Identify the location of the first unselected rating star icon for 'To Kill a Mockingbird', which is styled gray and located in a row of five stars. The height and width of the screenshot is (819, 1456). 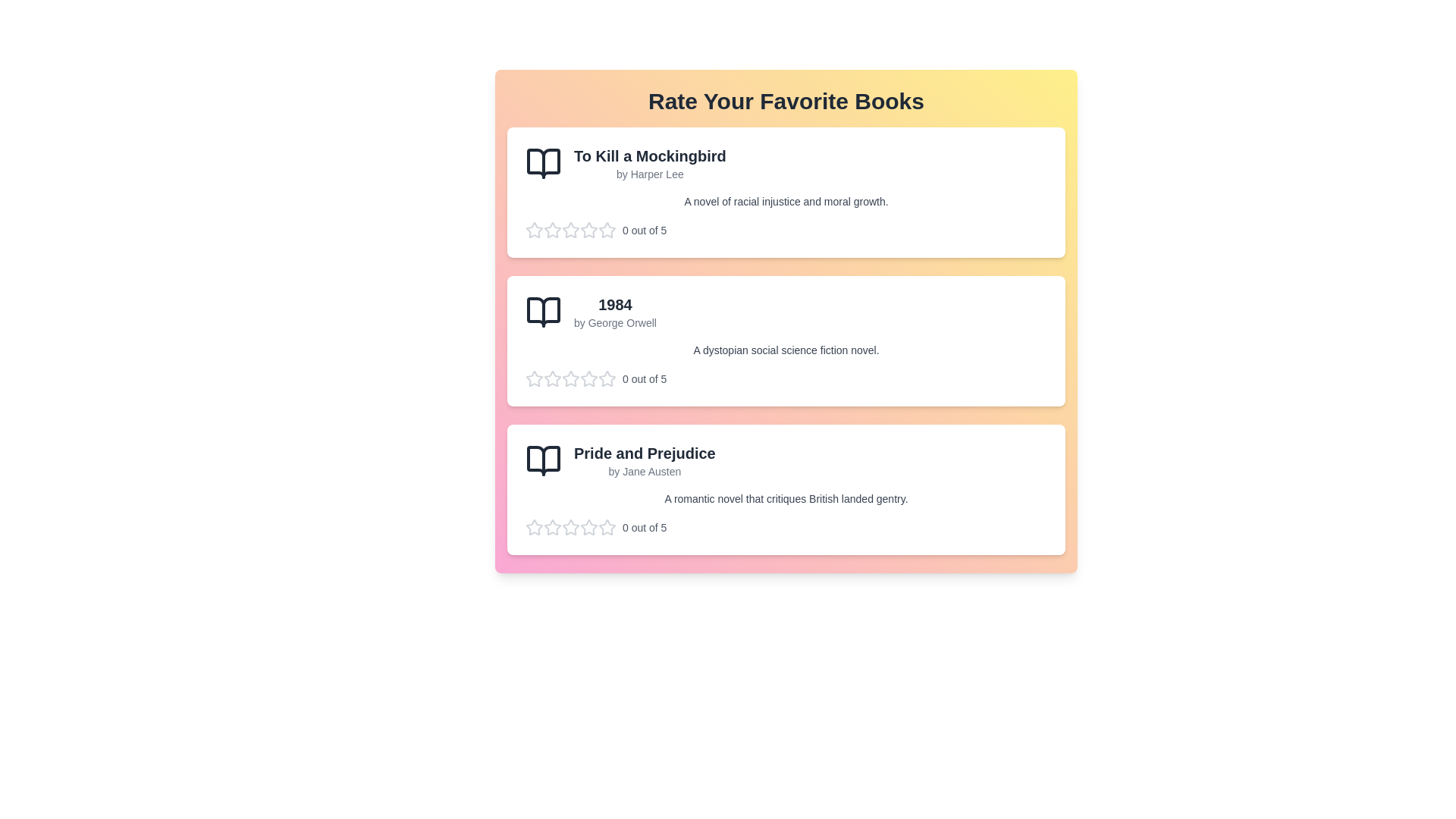
(607, 230).